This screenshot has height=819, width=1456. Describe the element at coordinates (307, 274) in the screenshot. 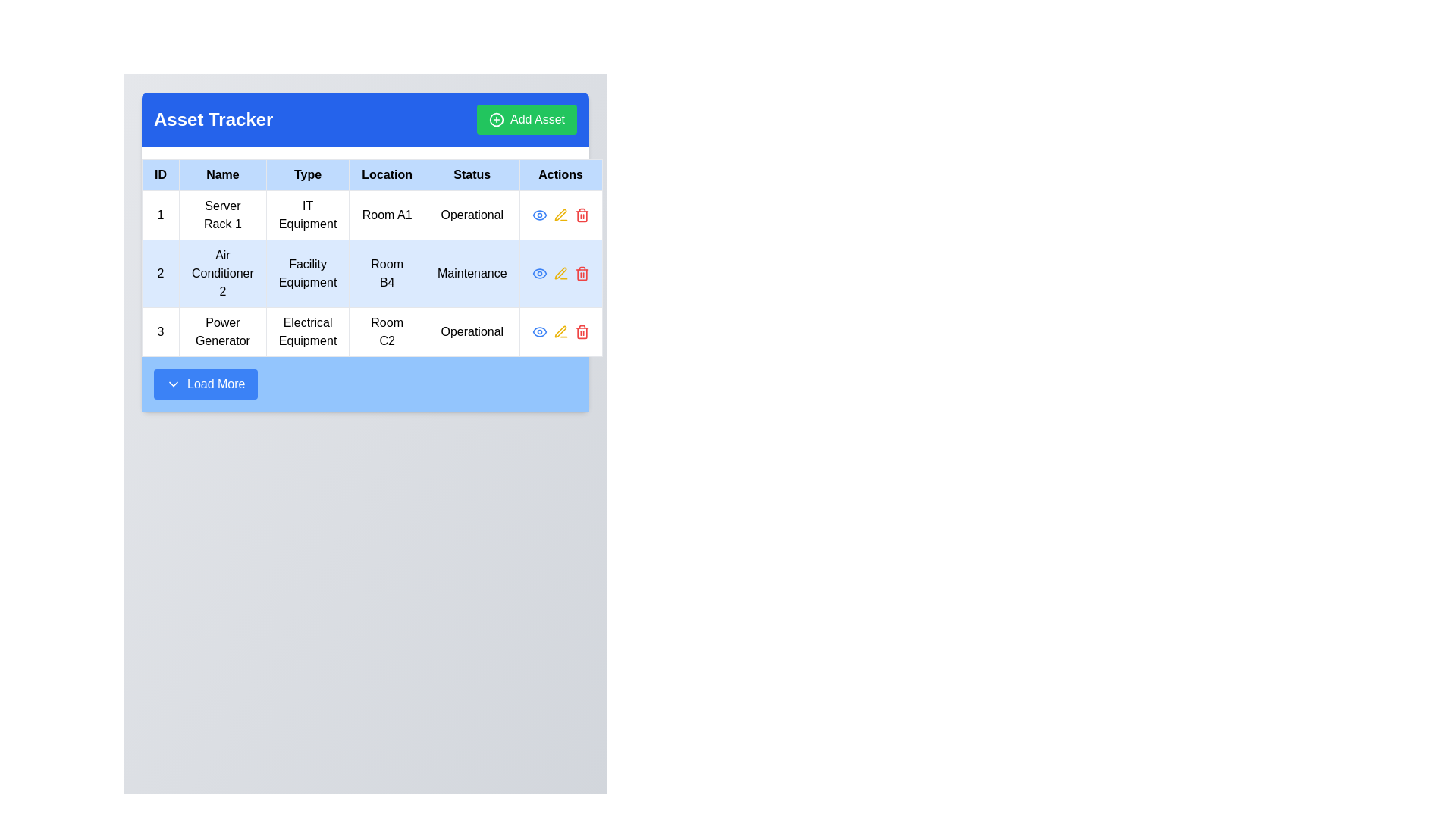

I see `static text field that describes the asset type in the third column of the second row of the table, located between 'Air Conditioner 2' and 'Room B4'` at that location.